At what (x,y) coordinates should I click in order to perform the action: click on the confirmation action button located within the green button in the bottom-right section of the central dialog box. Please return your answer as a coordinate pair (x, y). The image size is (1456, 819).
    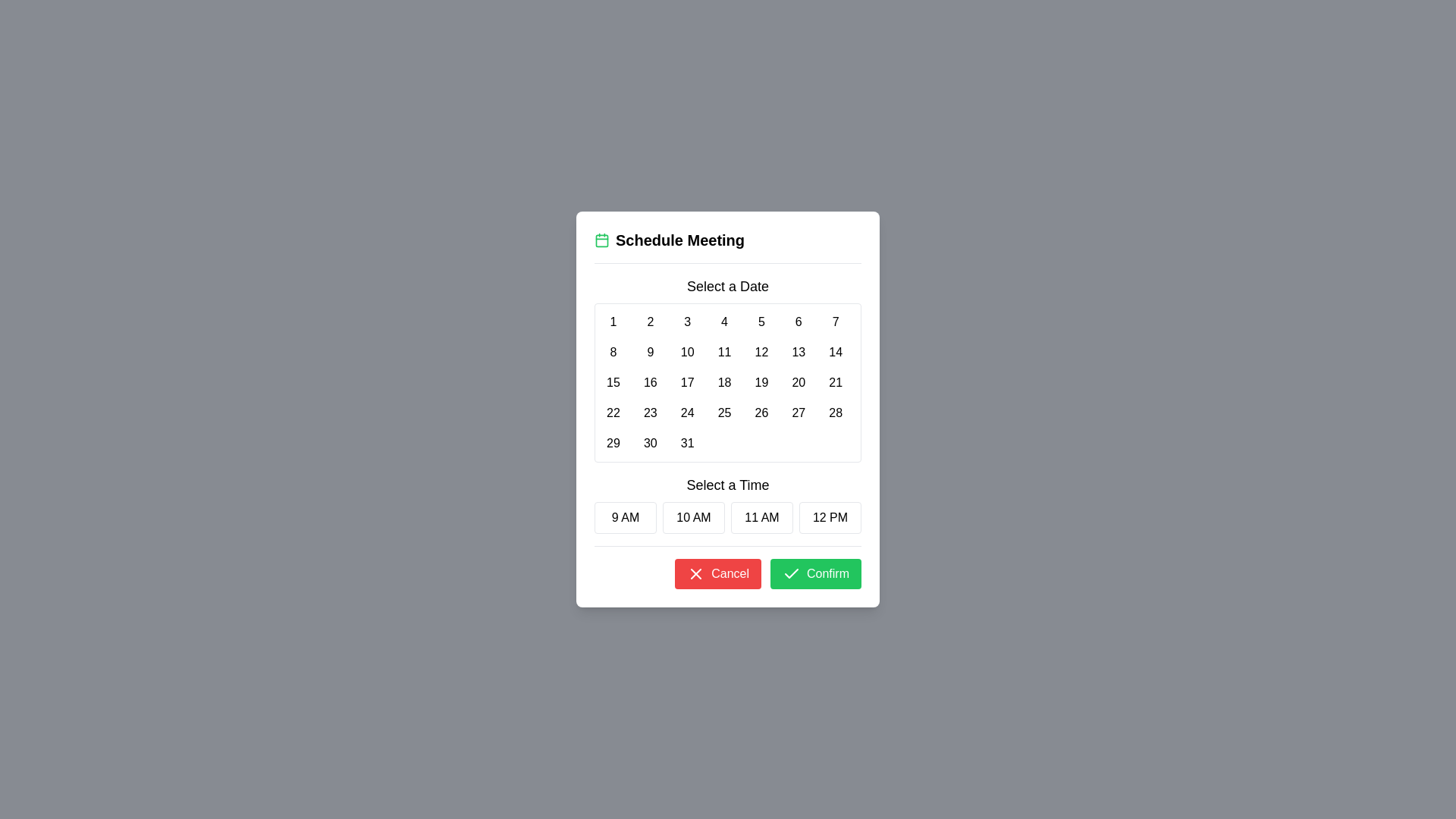
    Looking at the image, I should click on (827, 573).